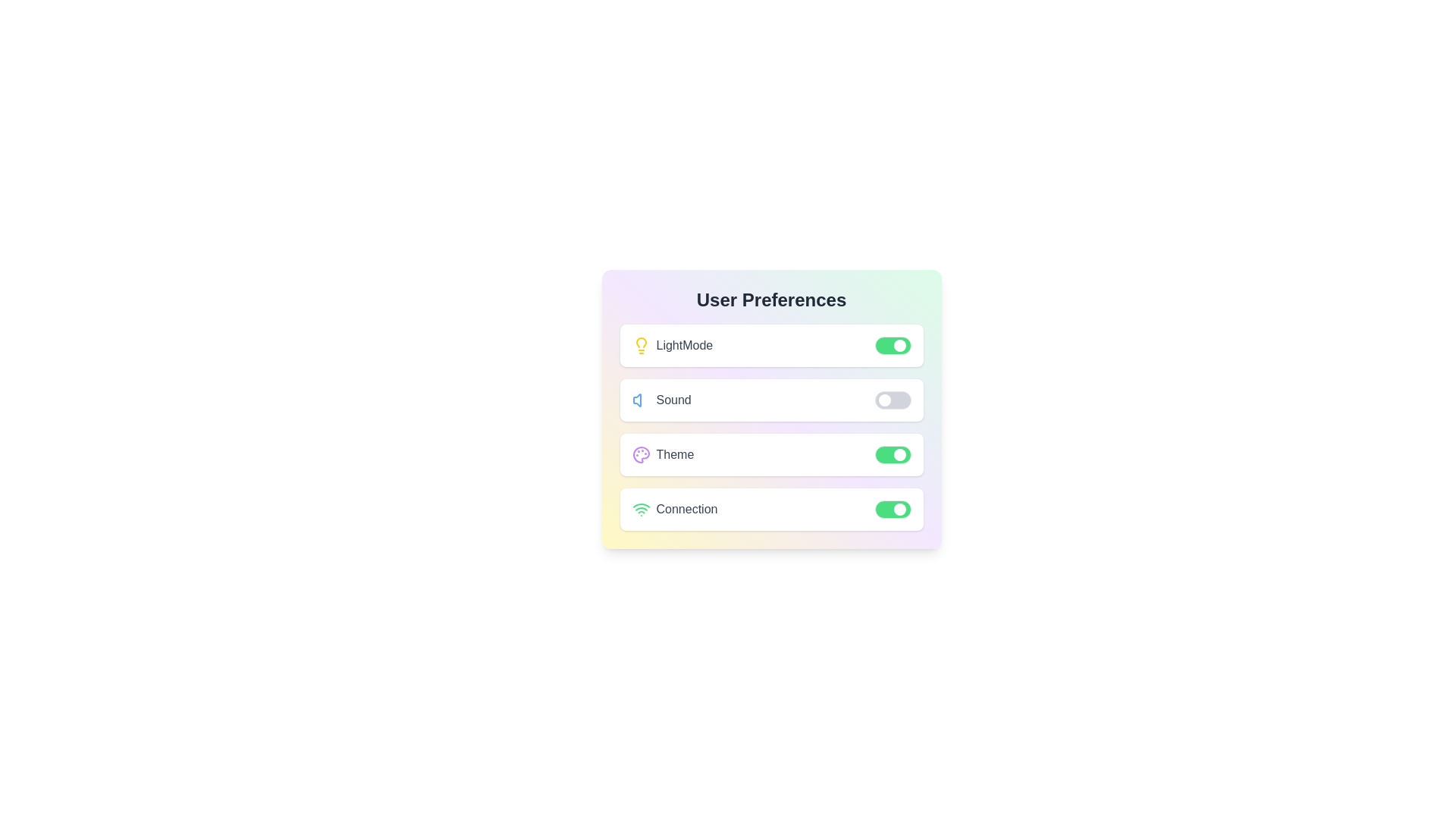 Image resolution: width=1456 pixels, height=819 pixels. What do you see at coordinates (641, 400) in the screenshot?
I see `the blue volume icon depicted as a speaker with sound waves, located in the 'Sound' preference row of the 'User Preferences' settings panel, to the left of the 'Sound' label text and the toggle switch` at bounding box center [641, 400].